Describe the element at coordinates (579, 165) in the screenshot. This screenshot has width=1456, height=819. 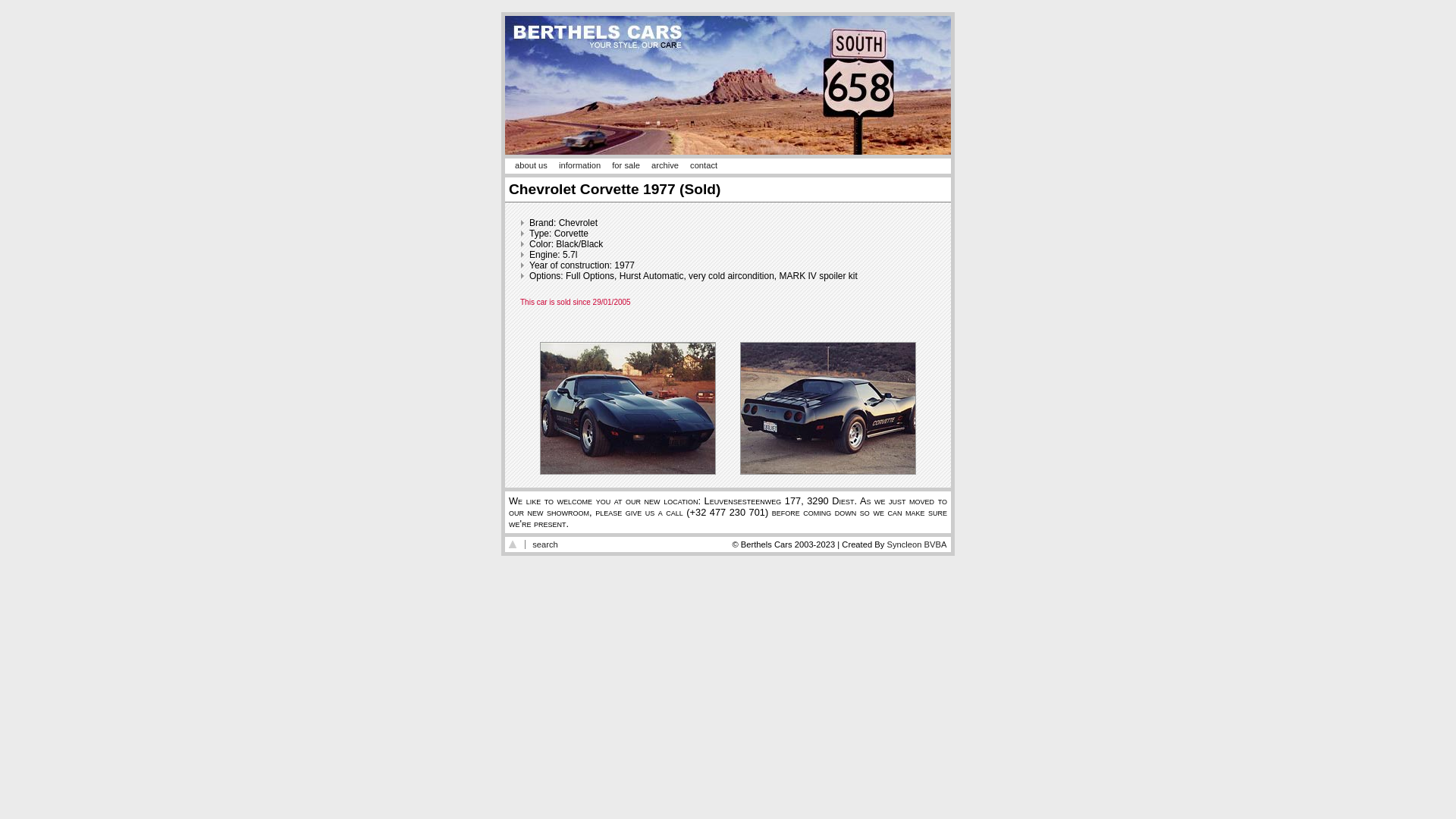
I see `'information'` at that location.